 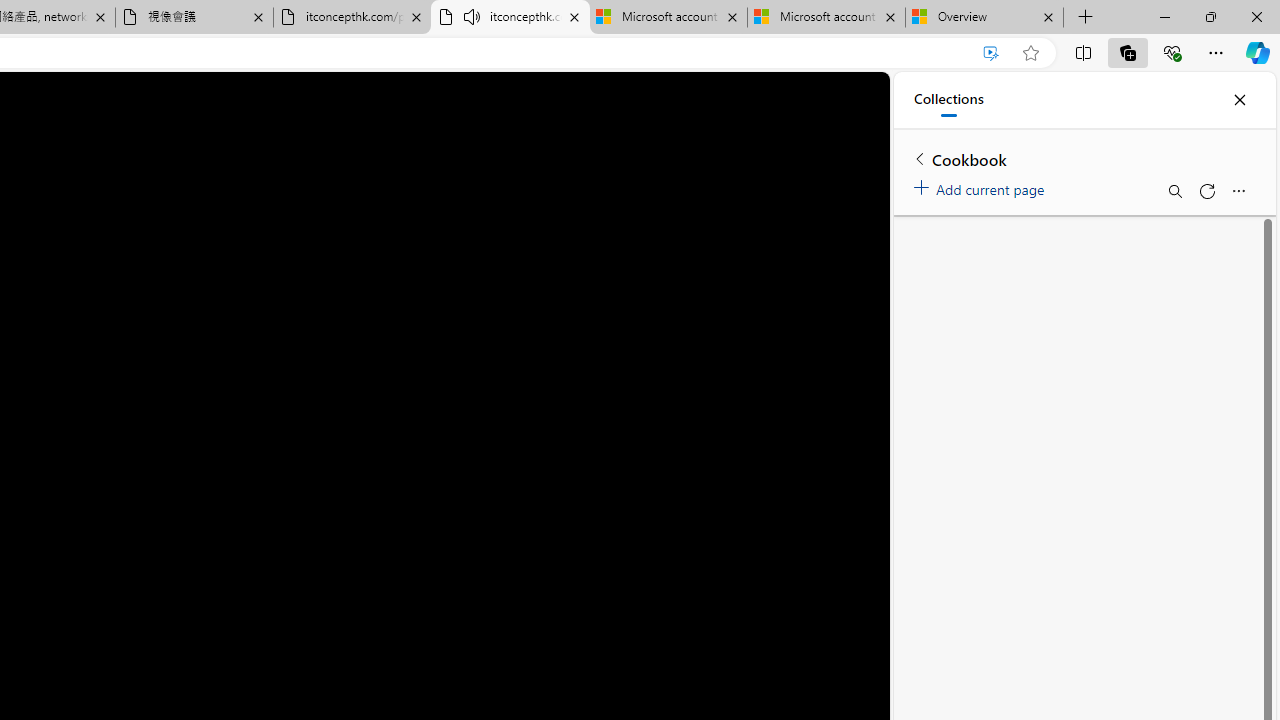 I want to click on 'Enhance video', so click(x=991, y=52).